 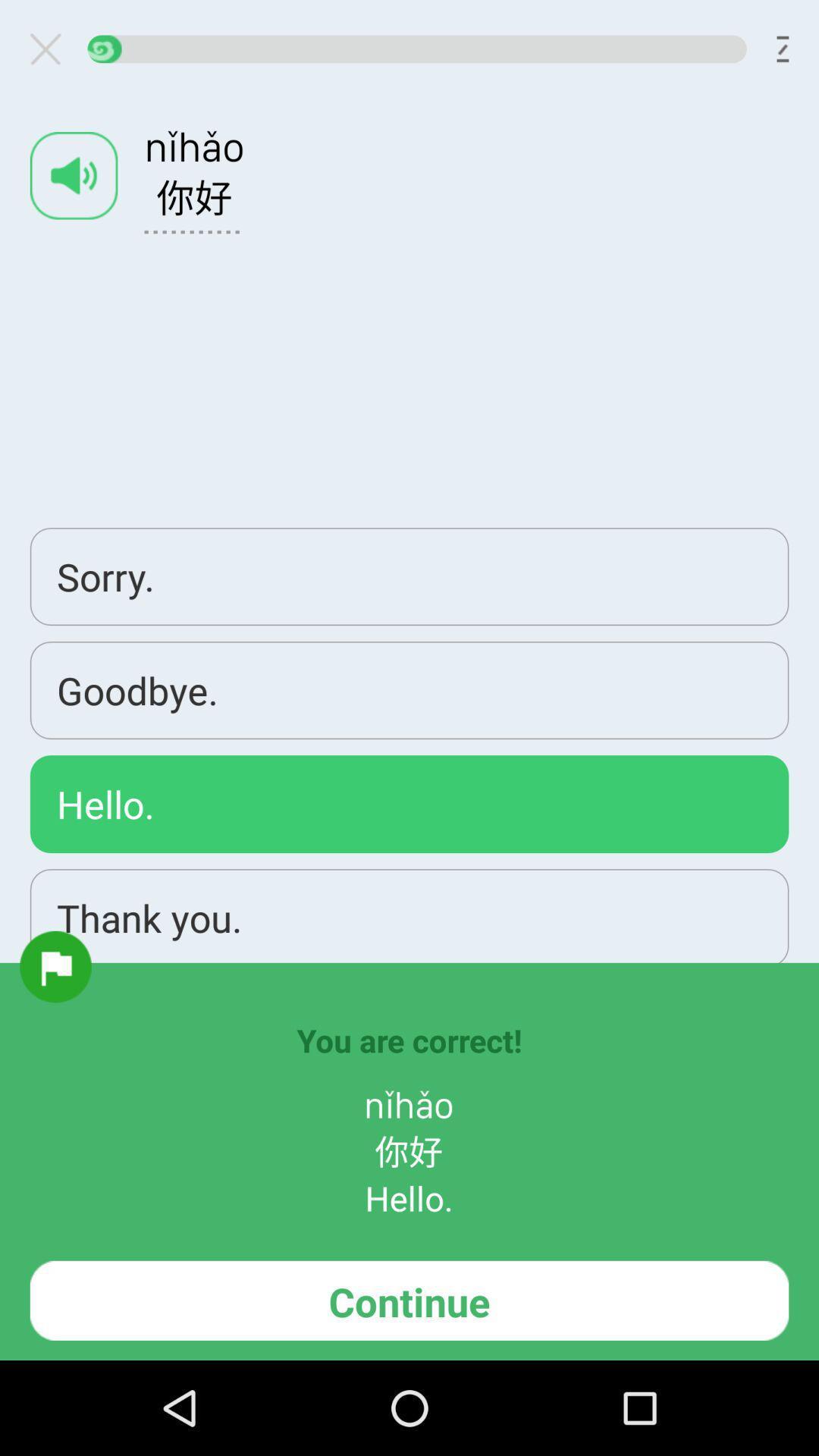 I want to click on continue icon, so click(x=409, y=1300).